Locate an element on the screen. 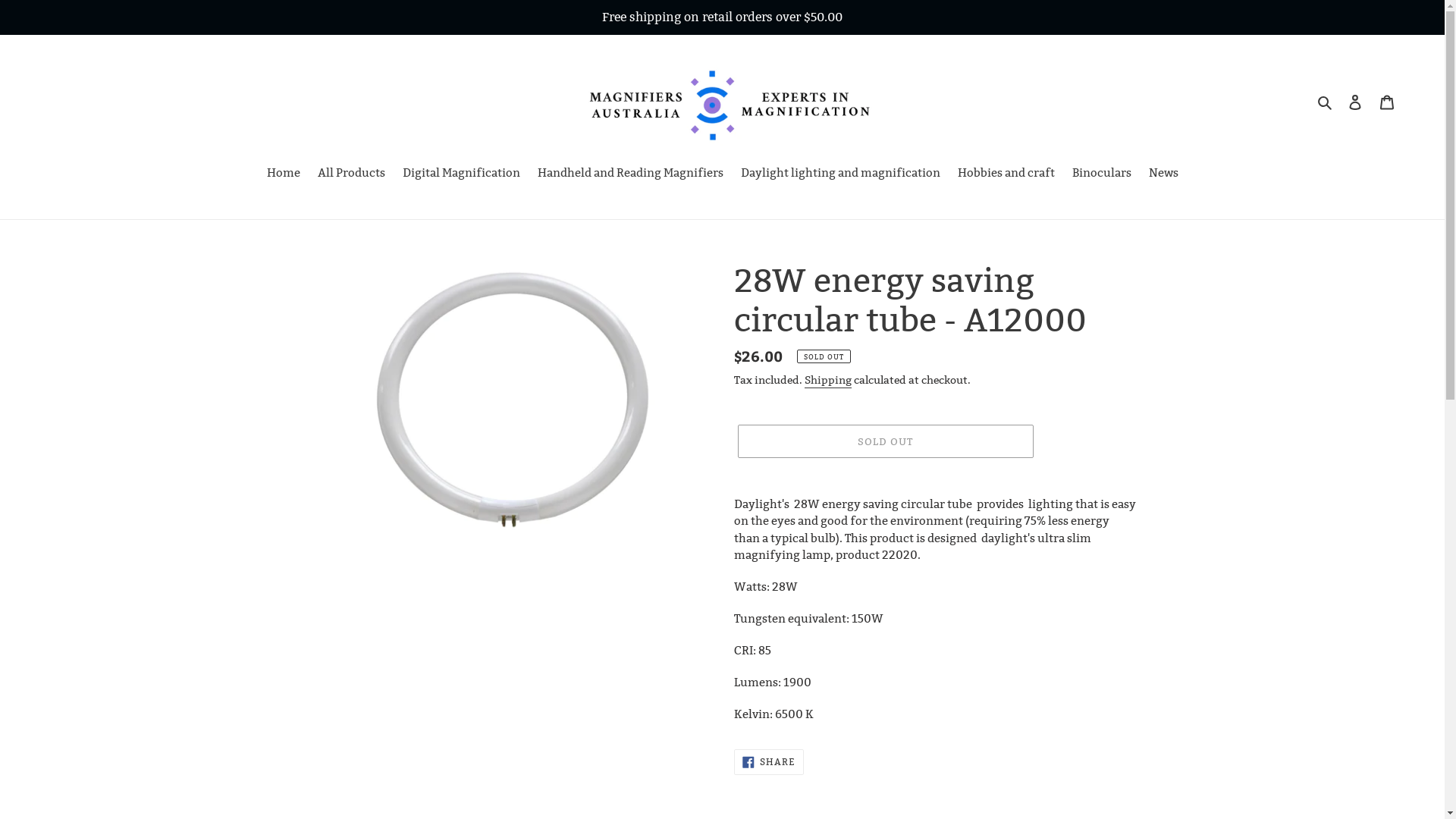 The height and width of the screenshot is (819, 1456). 'All Products' is located at coordinates (350, 174).